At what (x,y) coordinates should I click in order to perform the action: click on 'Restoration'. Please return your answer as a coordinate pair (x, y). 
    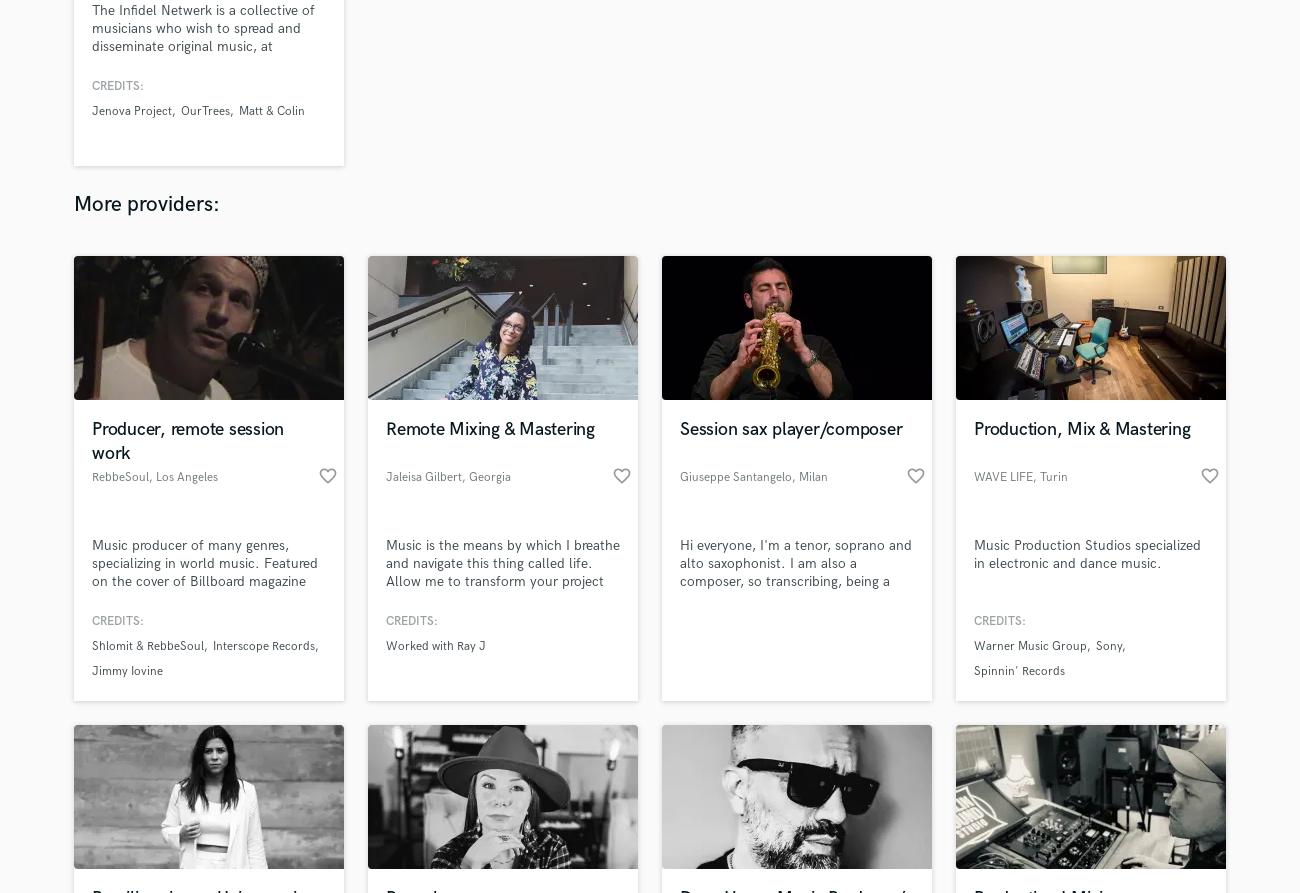
    Looking at the image, I should click on (537, 761).